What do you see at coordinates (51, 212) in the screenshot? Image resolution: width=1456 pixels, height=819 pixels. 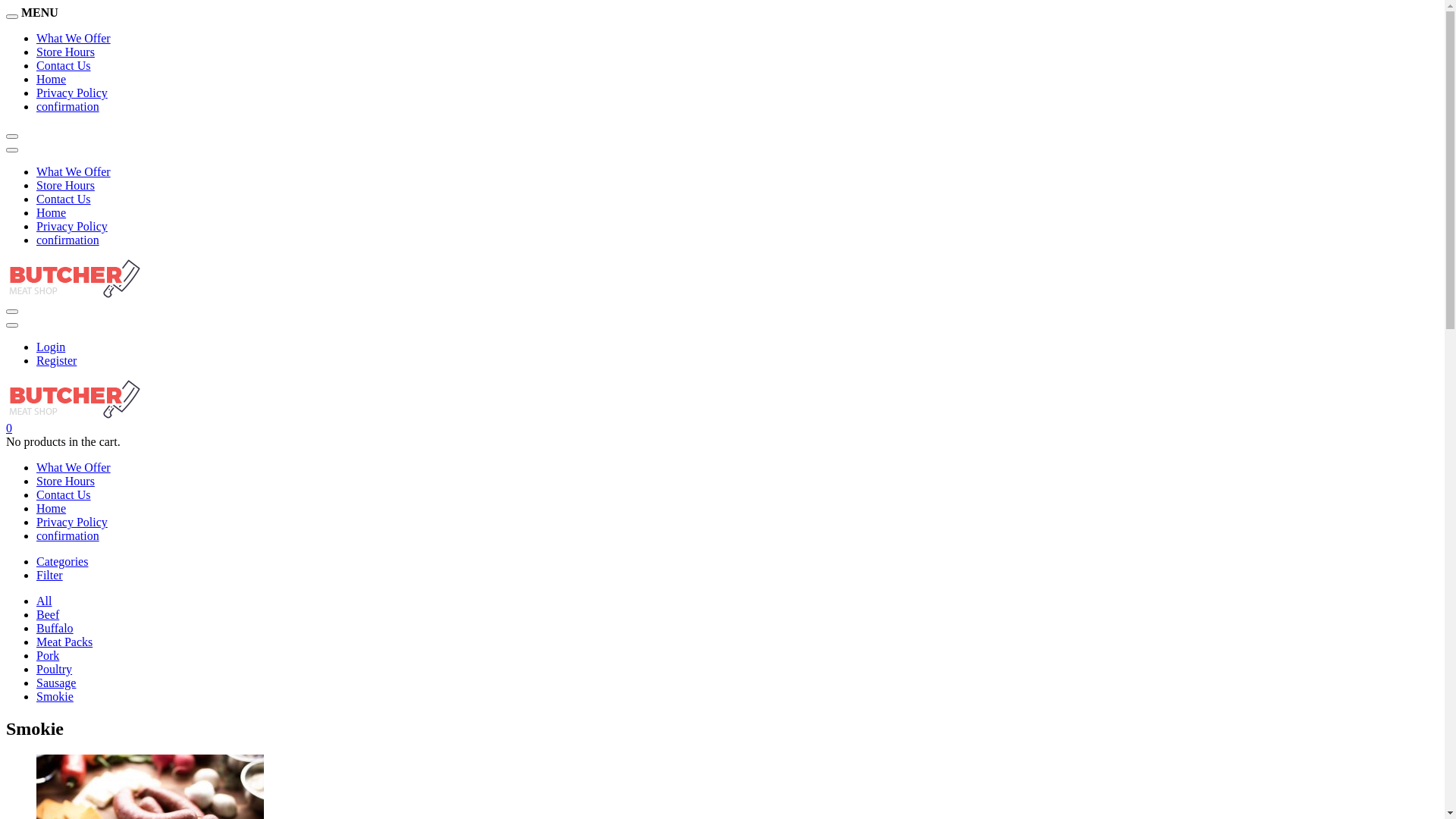 I see `'Home'` at bounding box center [51, 212].